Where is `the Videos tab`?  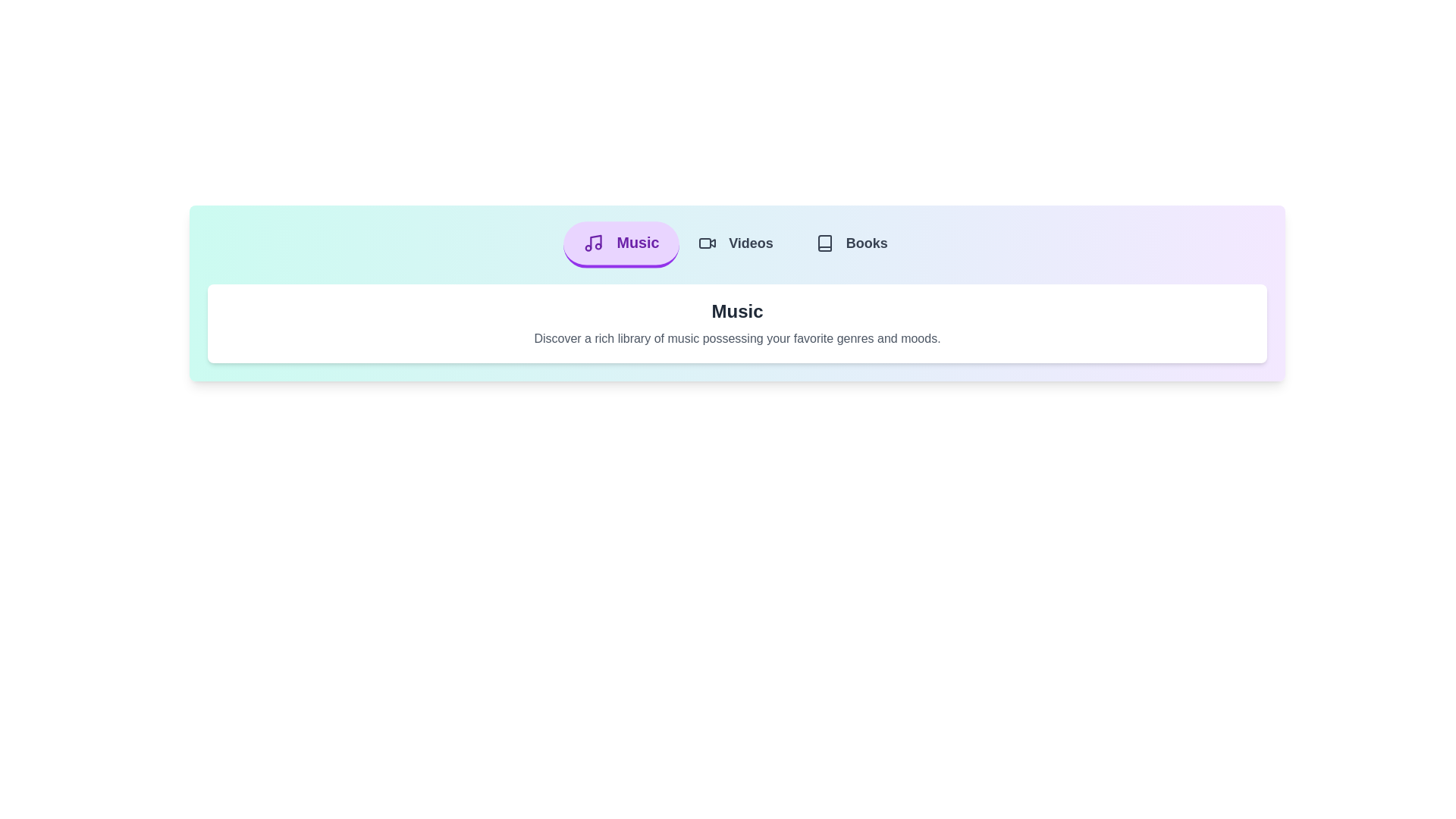
the Videos tab is located at coordinates (736, 244).